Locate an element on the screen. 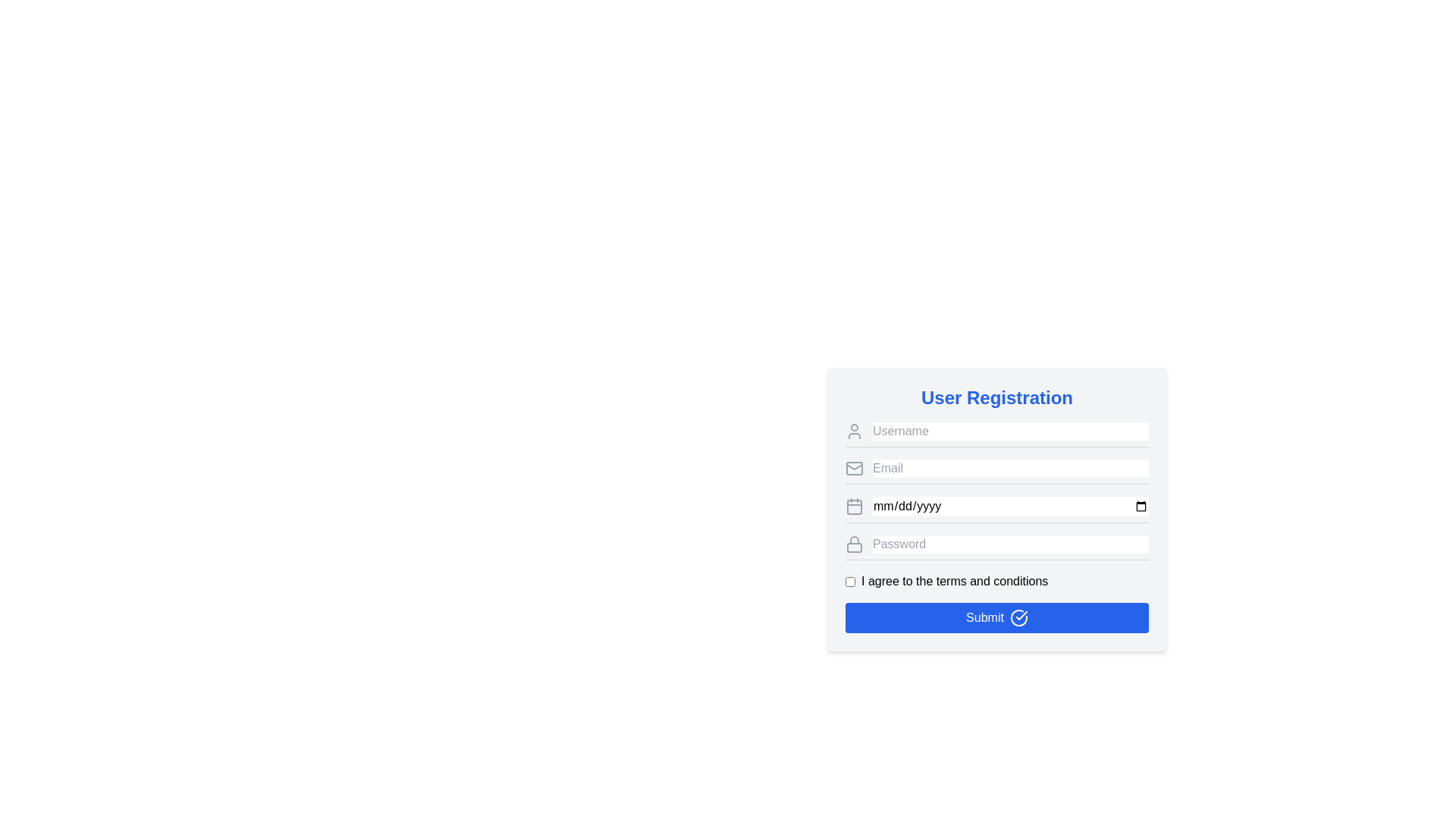 The width and height of the screenshot is (1456, 819). the blue rectangular 'Submit' button with rounded corners, labeled in white is located at coordinates (997, 617).